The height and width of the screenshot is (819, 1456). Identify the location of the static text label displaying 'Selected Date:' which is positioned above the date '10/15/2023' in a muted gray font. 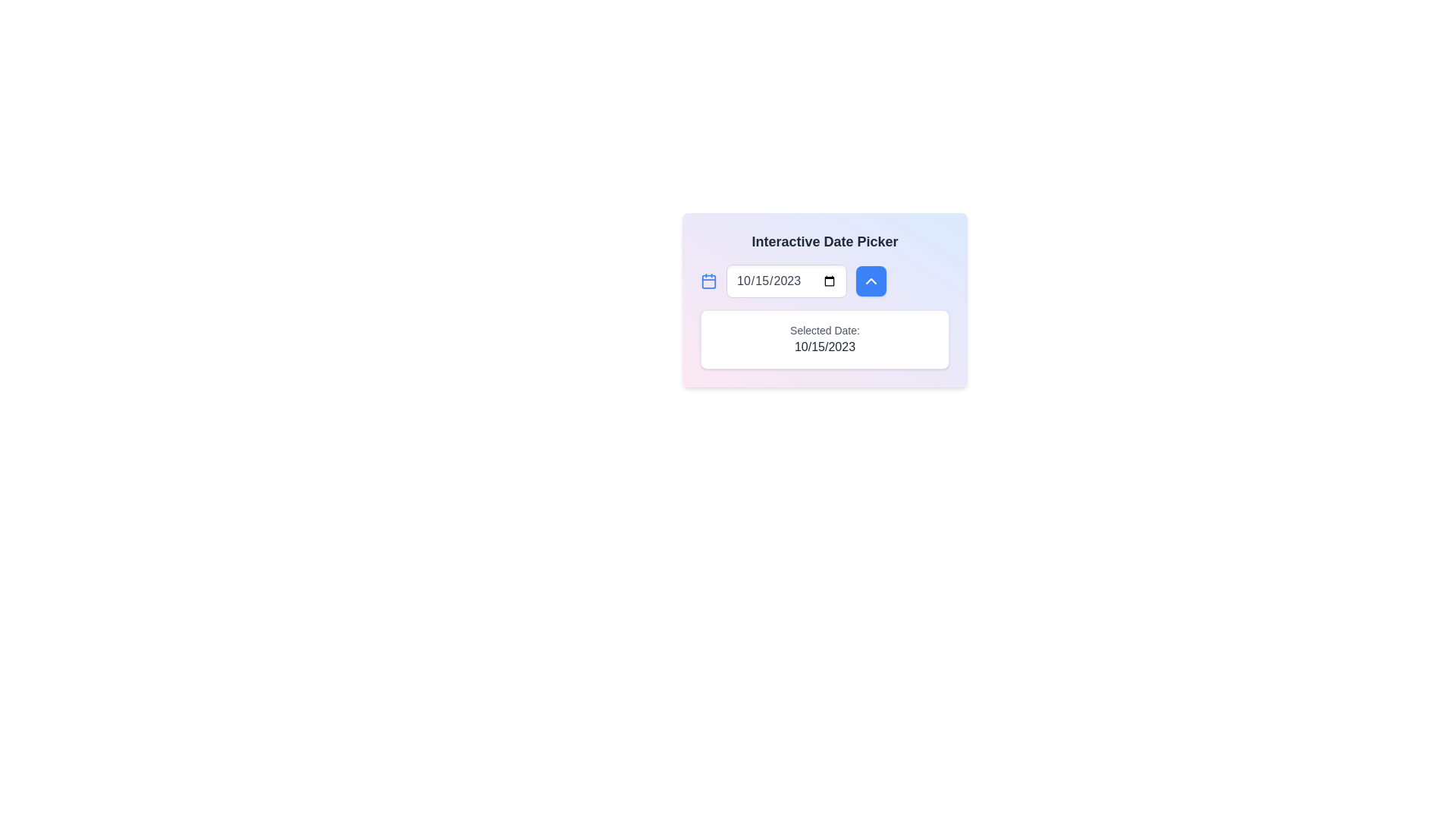
(824, 329).